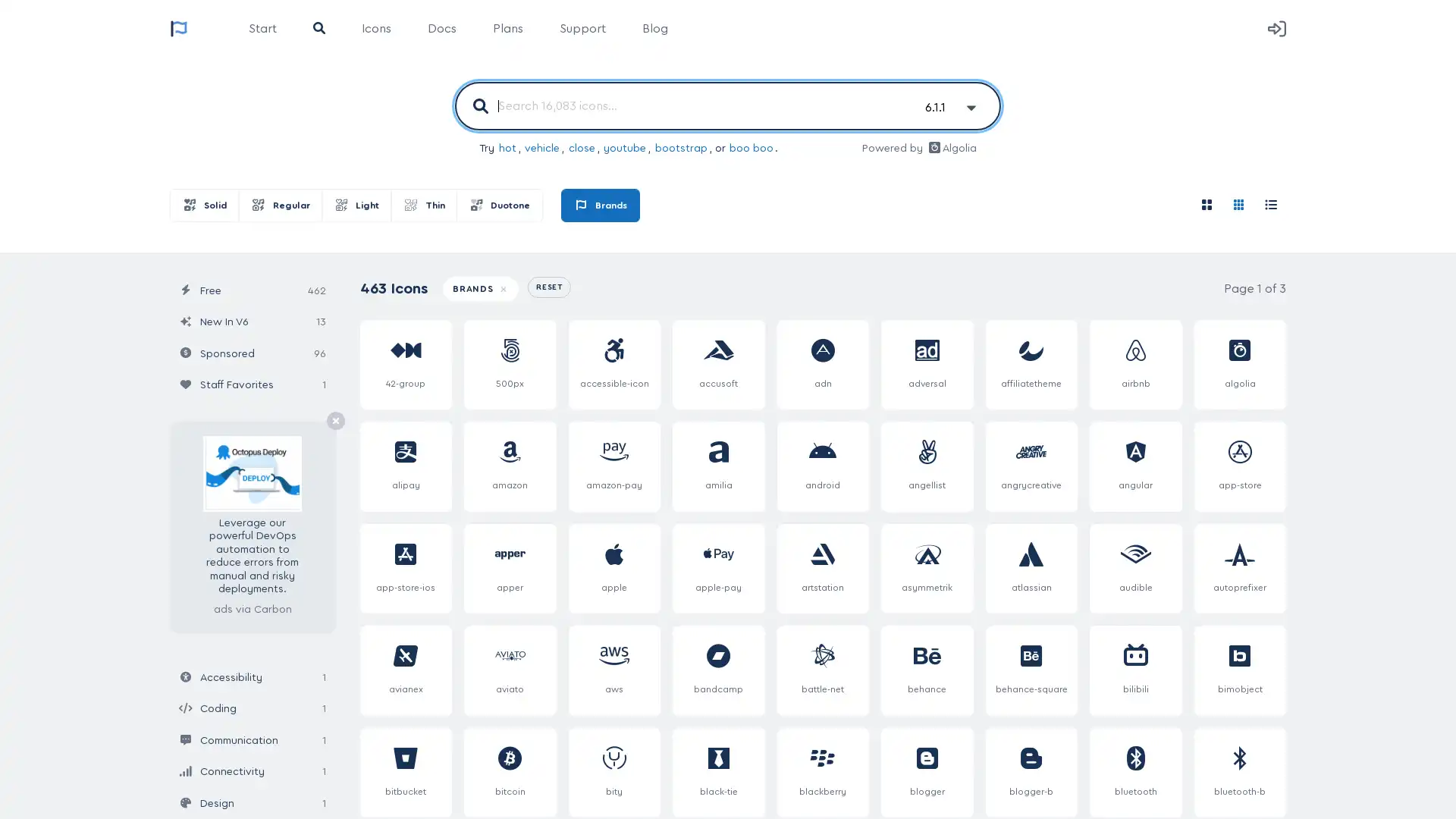 The width and height of the screenshot is (1456, 819). Describe the element at coordinates (510, 680) in the screenshot. I see `aviato` at that location.